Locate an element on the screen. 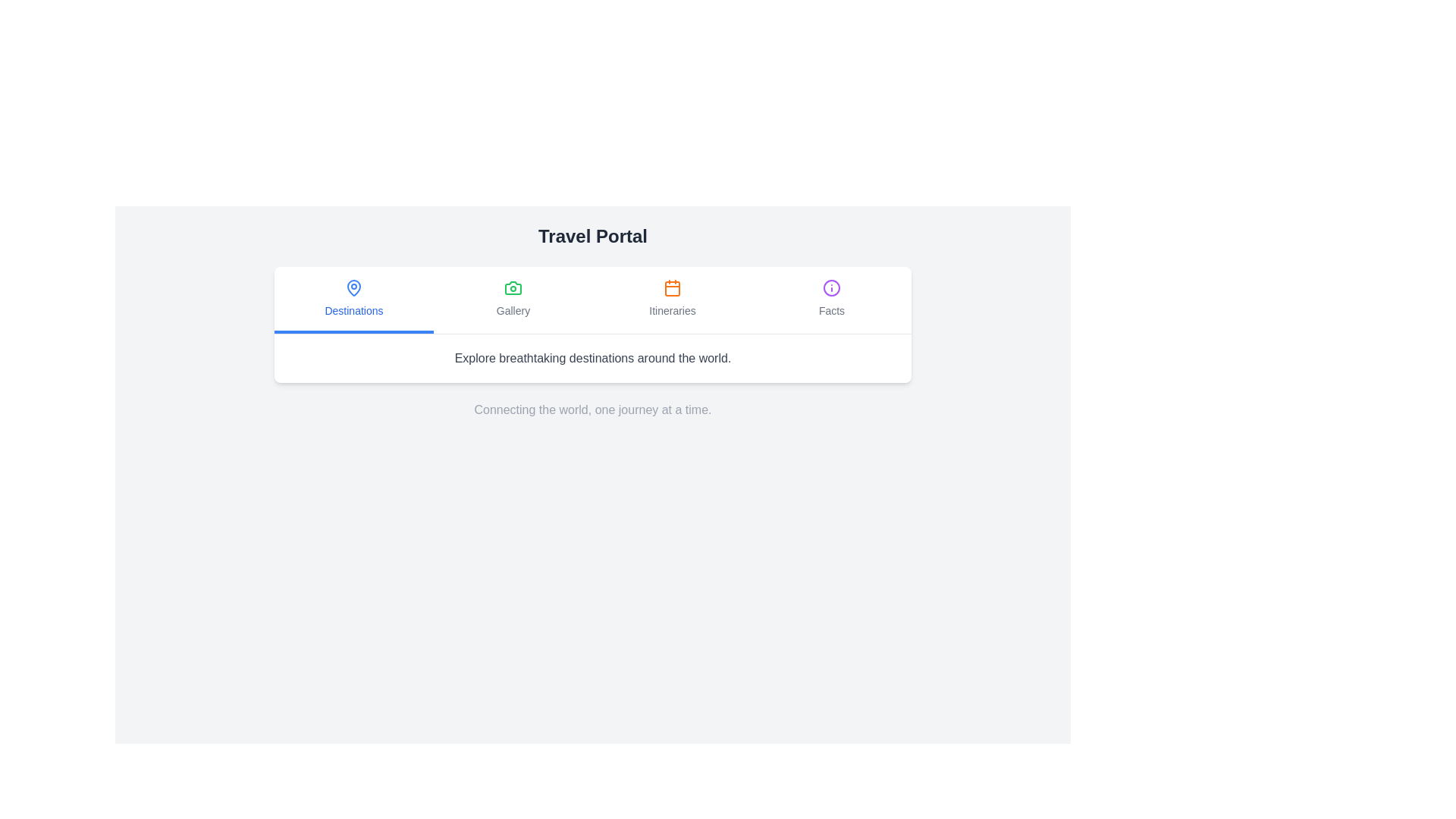 The image size is (1456, 819). the 'Destinations' icon in the horizontal navigation bar at the top of the main content area, which is the first item among options such as 'Gallery', 'Itineraries', and 'Facts' is located at coordinates (353, 288).